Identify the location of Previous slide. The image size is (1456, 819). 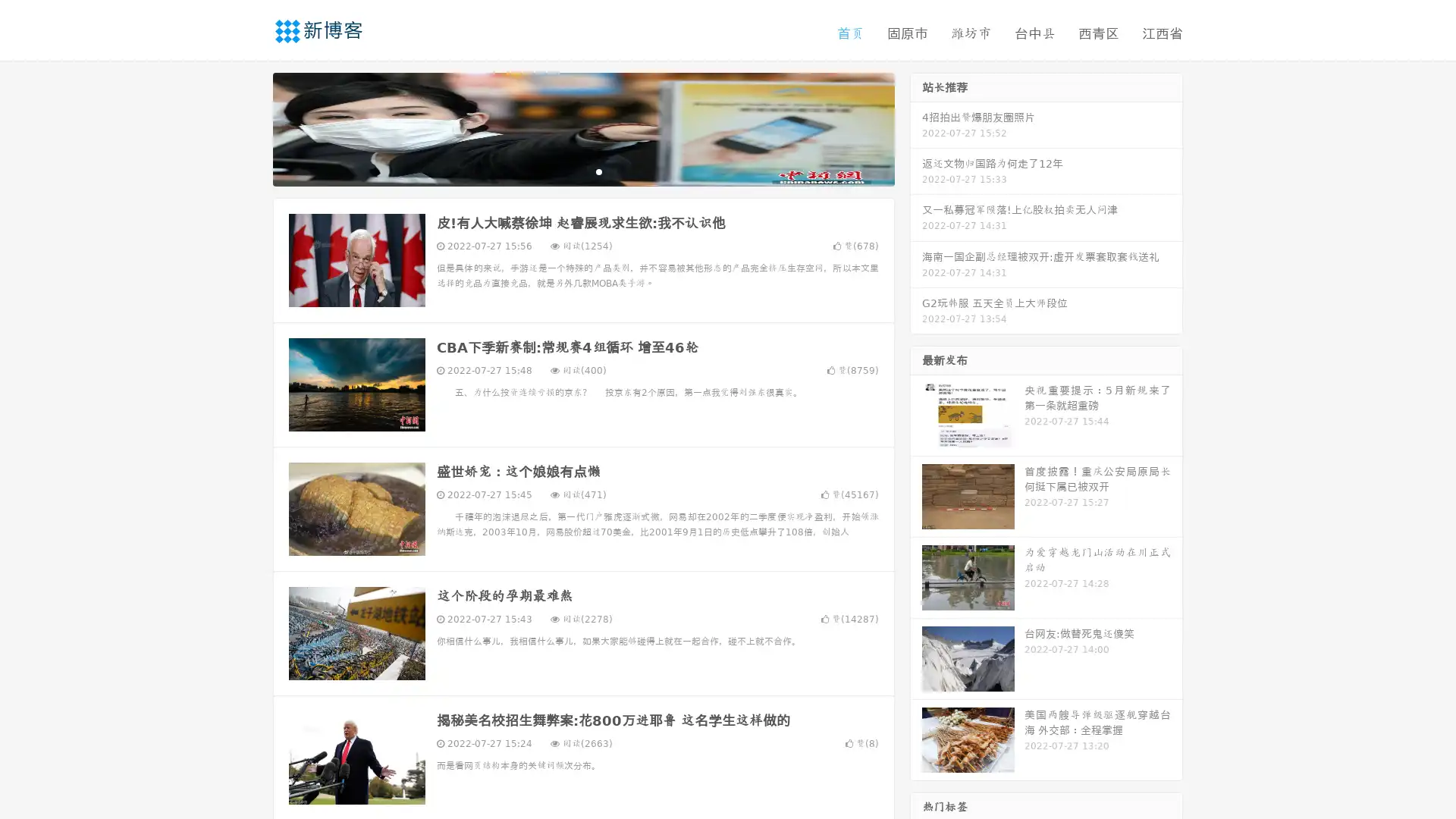
(250, 127).